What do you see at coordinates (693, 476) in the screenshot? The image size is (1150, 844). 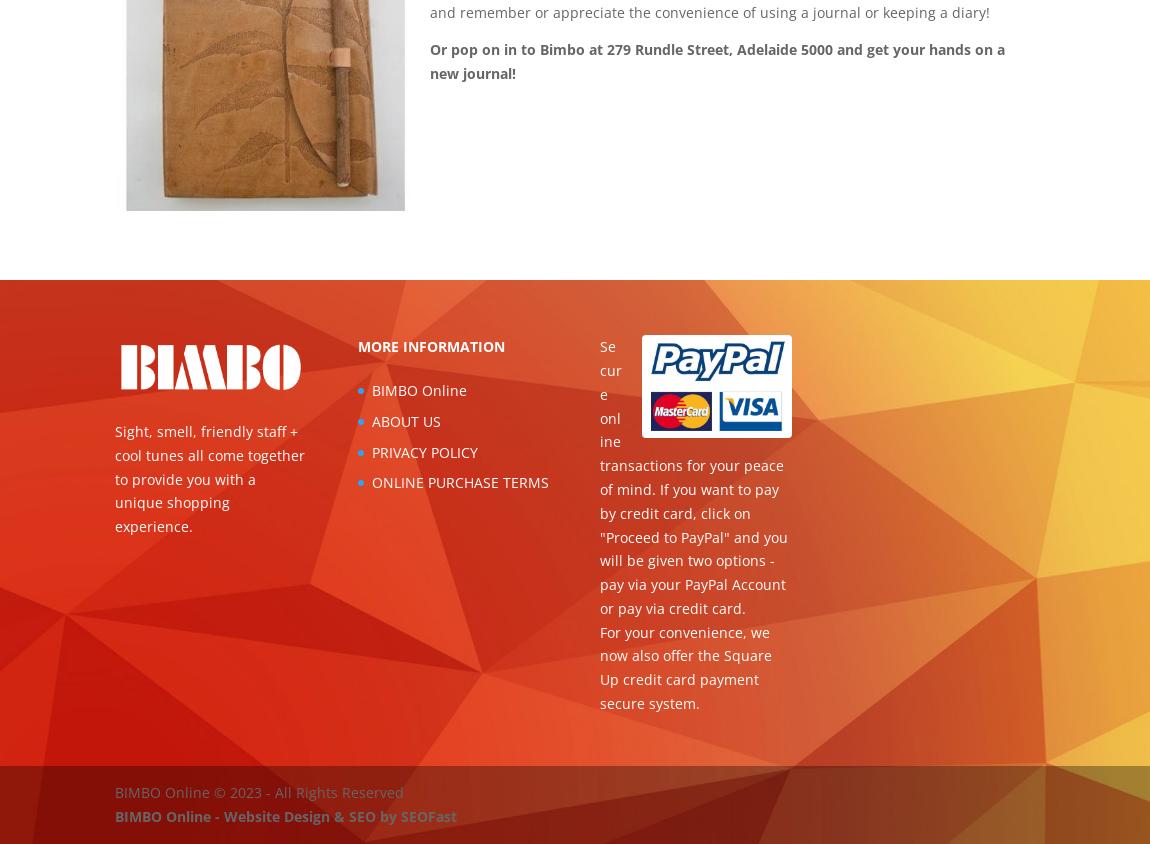 I see `'Secure online transactions for your peace of mind. If you want to pay by credit card, click on "Proceed to PayPal" and you will be given two options - pay via your PayPal Account or pay via credit card.'` at bounding box center [693, 476].